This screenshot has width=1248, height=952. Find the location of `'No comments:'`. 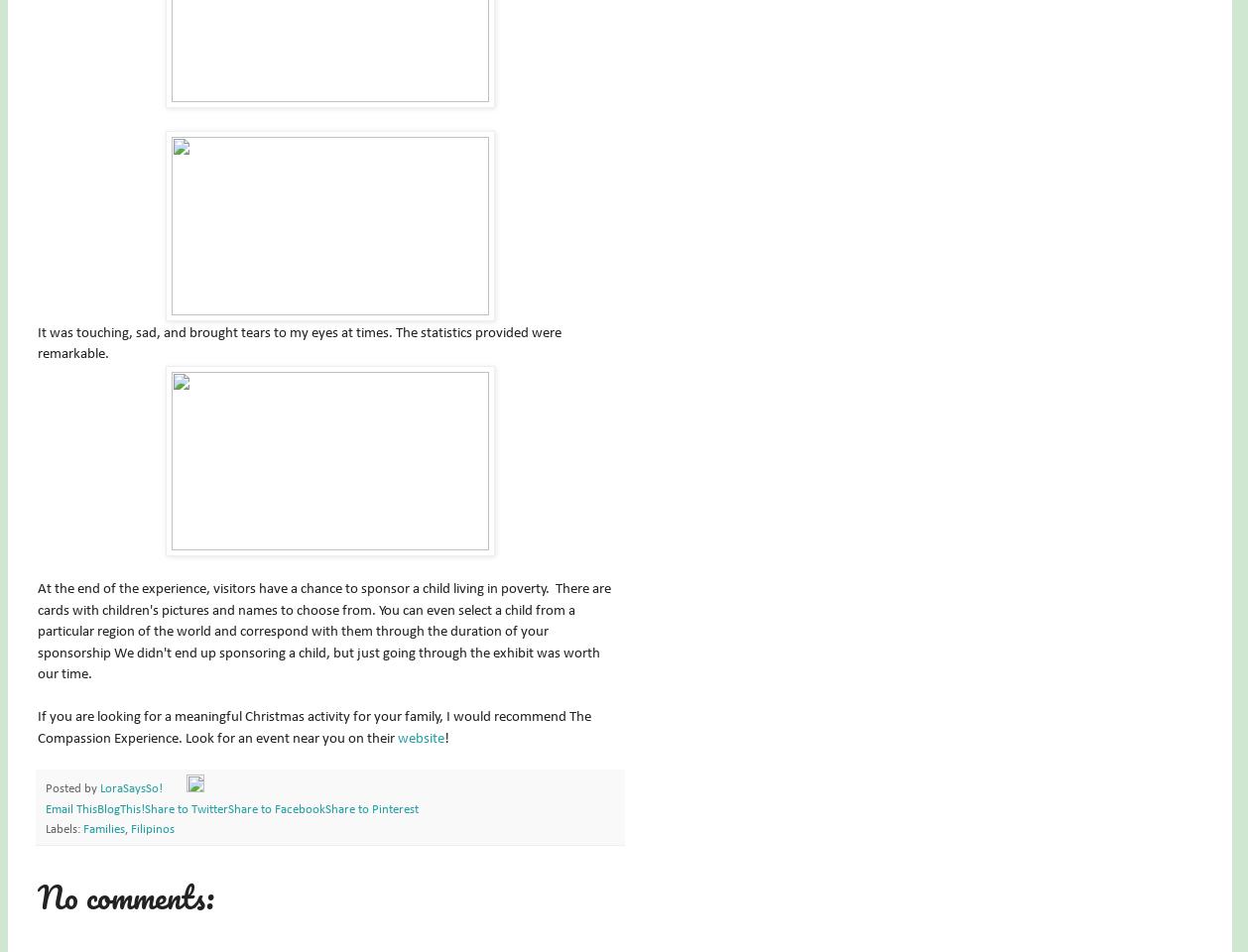

'No comments:' is located at coordinates (126, 895).